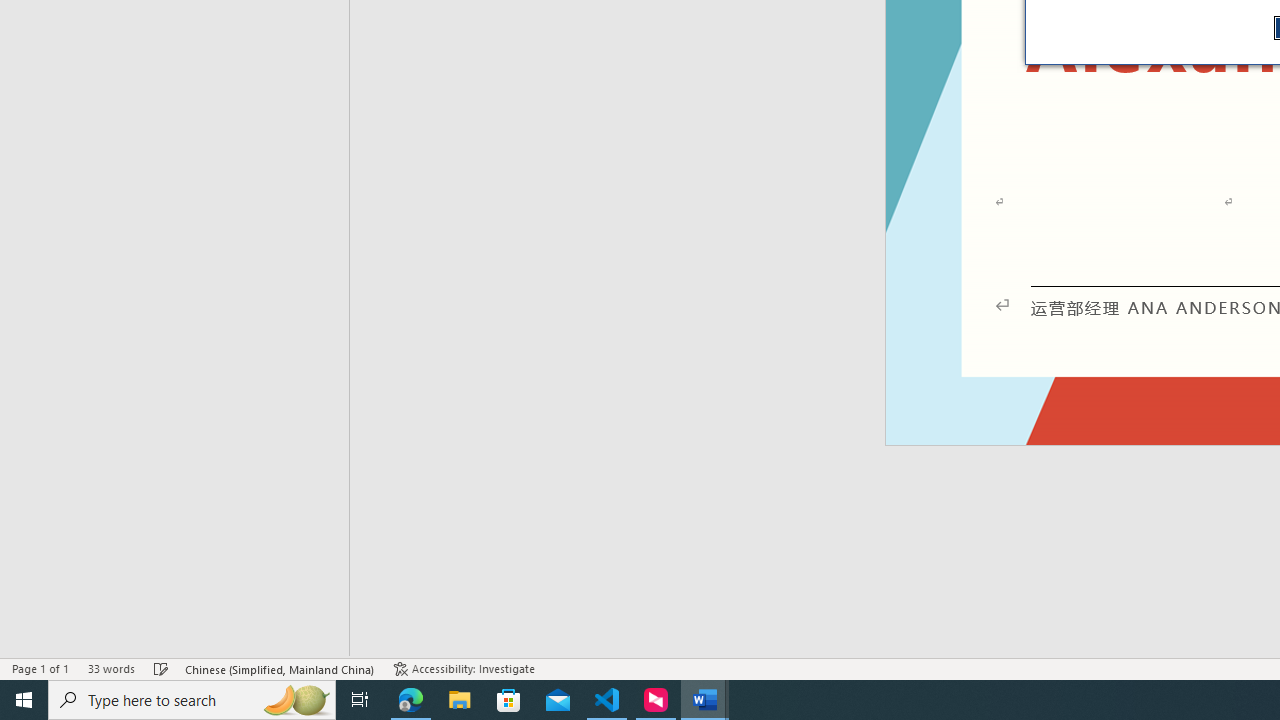 The height and width of the screenshot is (720, 1280). I want to click on 'Page Number Page 1 of 1', so click(40, 669).